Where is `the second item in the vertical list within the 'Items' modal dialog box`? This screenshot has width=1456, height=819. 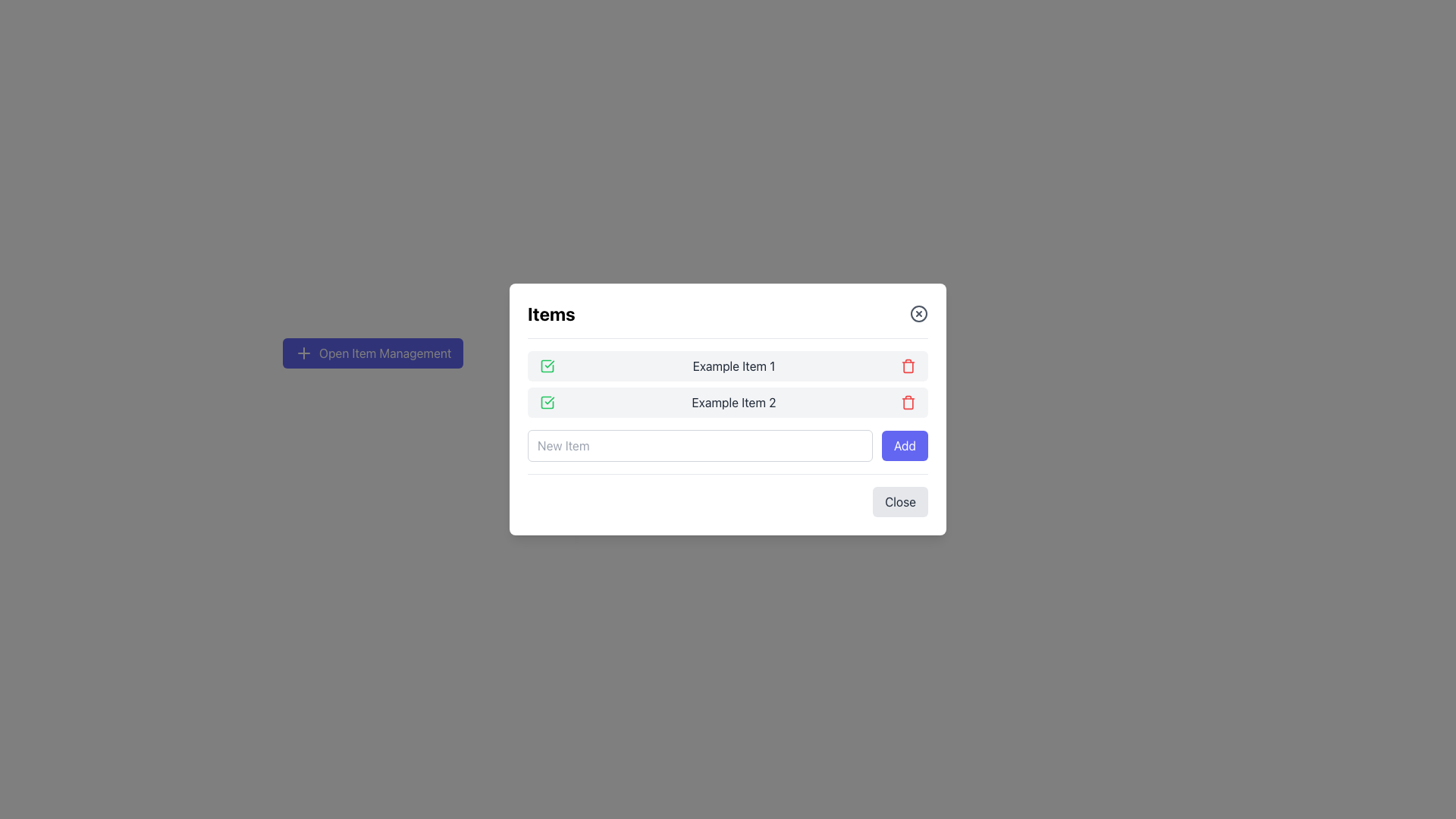
the second item in the vertical list within the 'Items' modal dialog box is located at coordinates (728, 402).